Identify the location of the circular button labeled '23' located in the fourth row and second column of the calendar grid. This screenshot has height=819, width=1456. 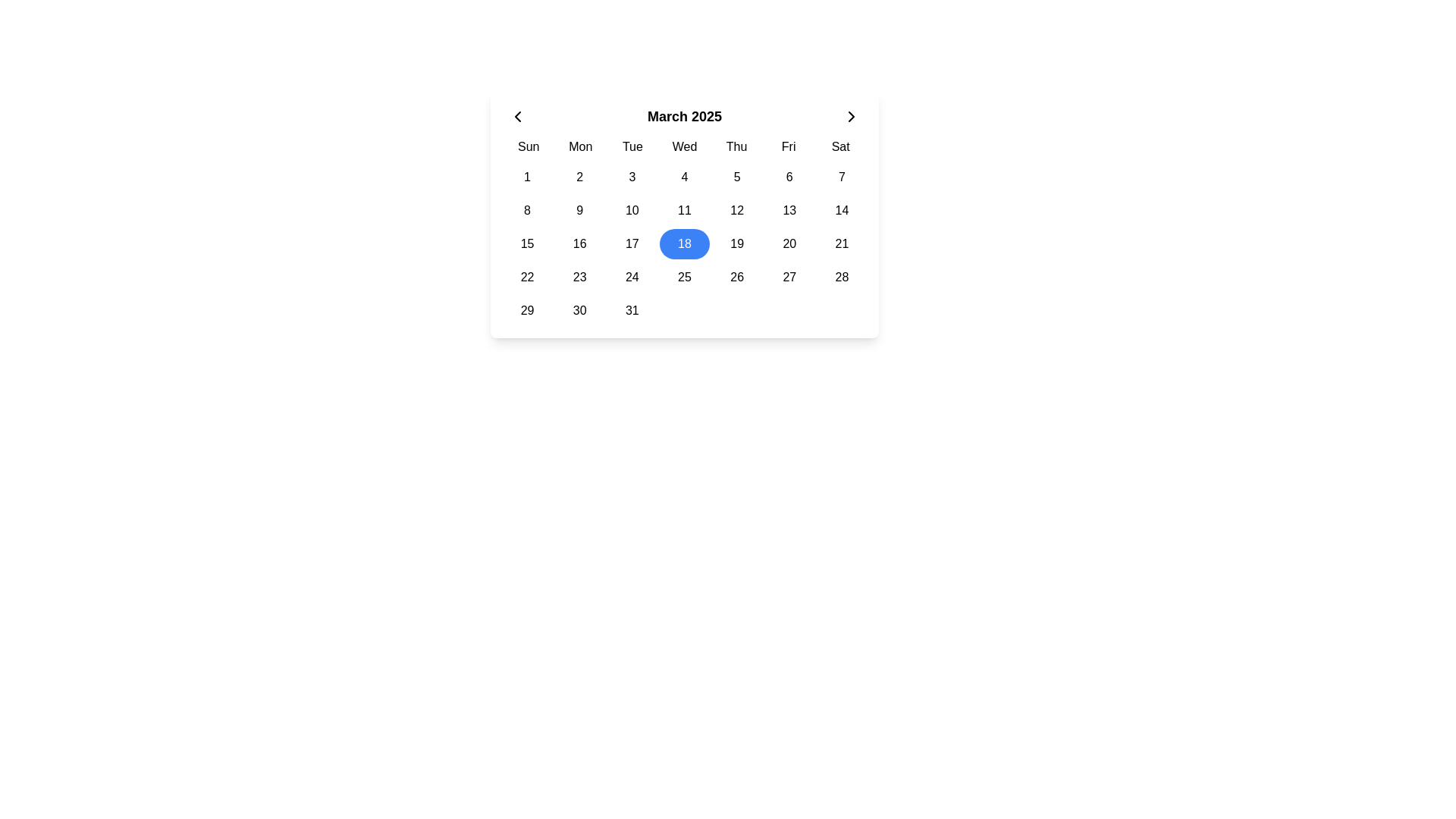
(579, 278).